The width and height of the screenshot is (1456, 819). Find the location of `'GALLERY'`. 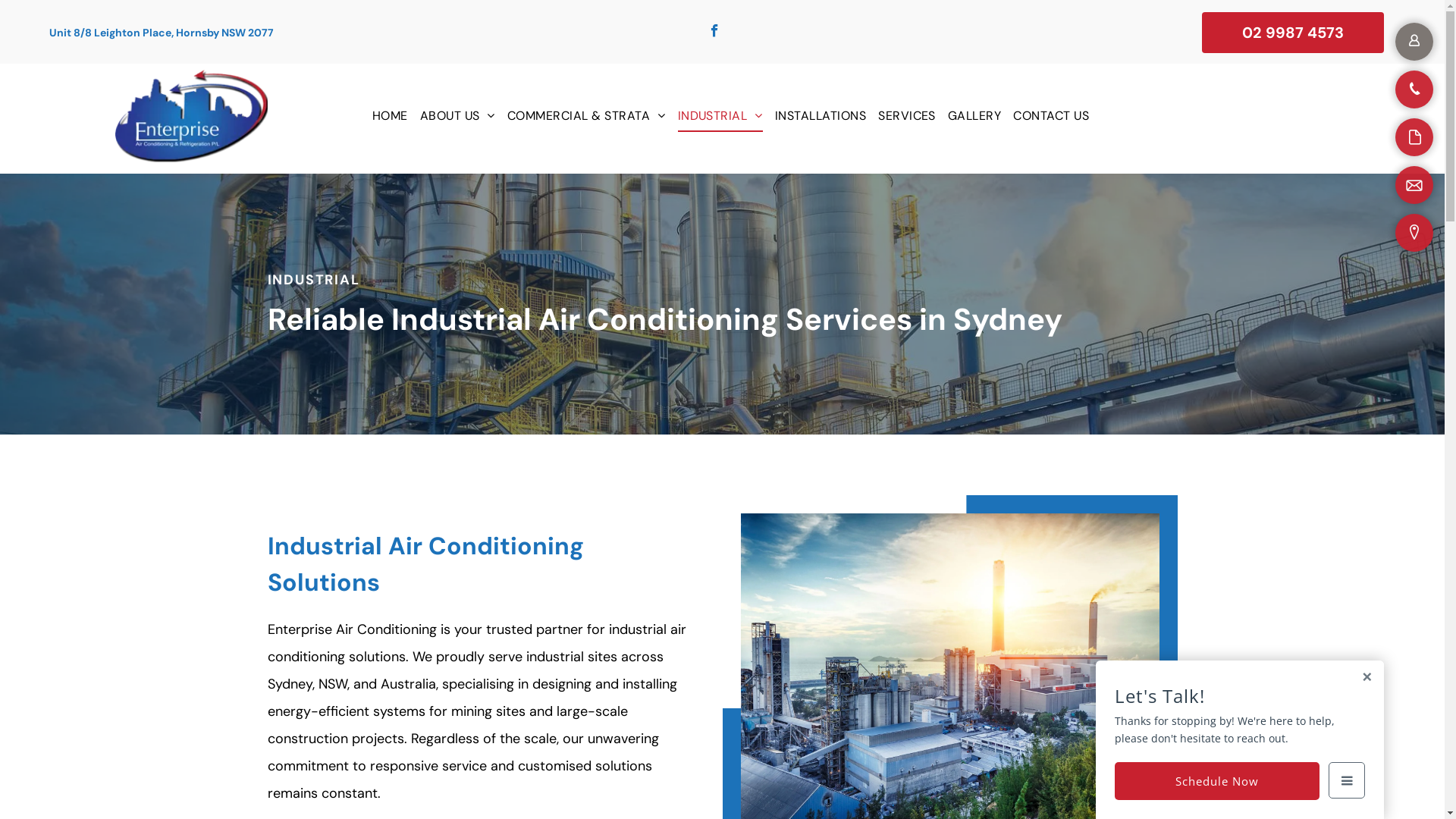

'GALLERY' is located at coordinates (974, 115).